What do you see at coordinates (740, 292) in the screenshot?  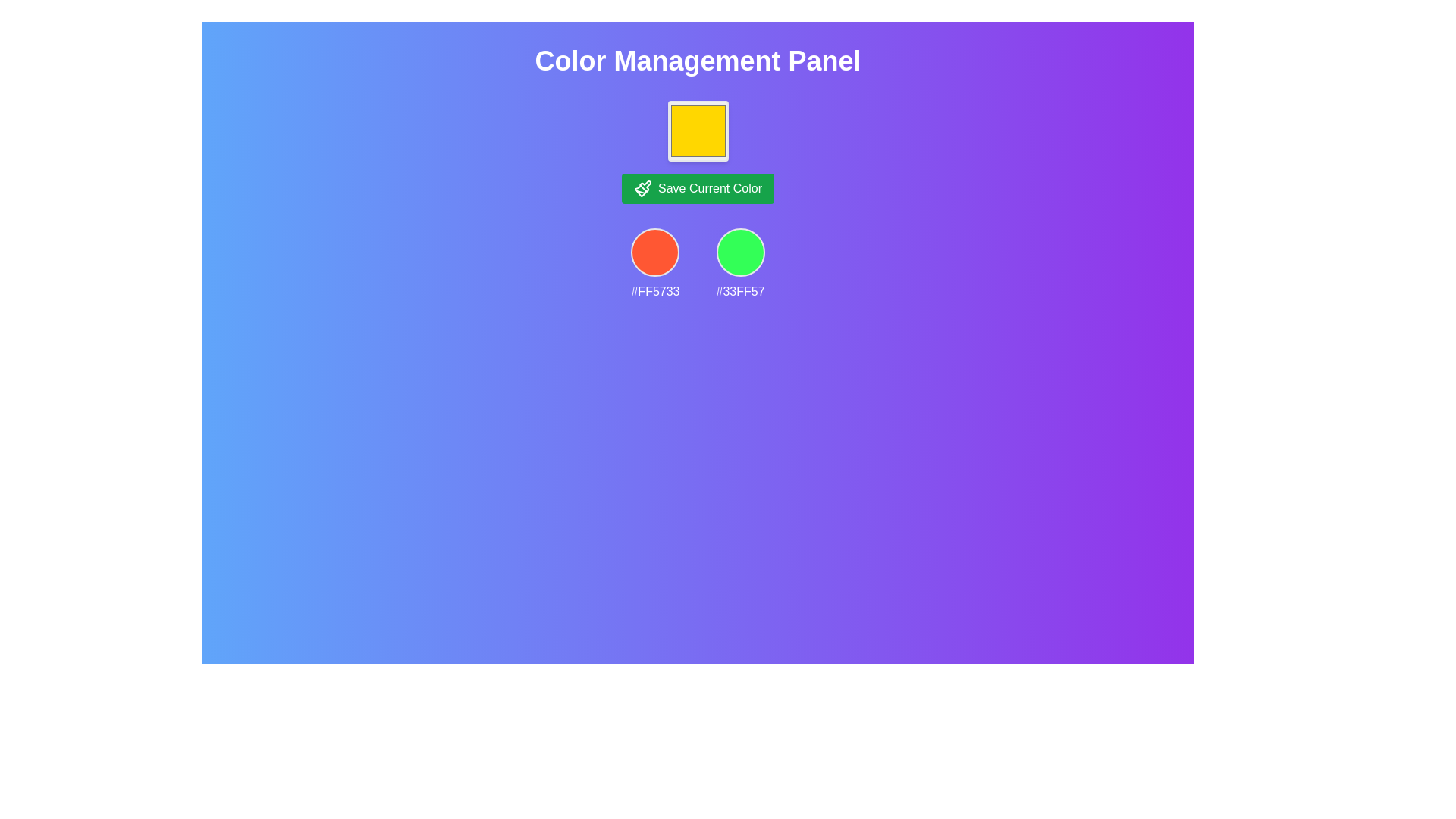 I see `the static text label displaying the color code '#33FF57', which is the rightmost label in a vertical layout and positioned below a green circular visual representation` at bounding box center [740, 292].